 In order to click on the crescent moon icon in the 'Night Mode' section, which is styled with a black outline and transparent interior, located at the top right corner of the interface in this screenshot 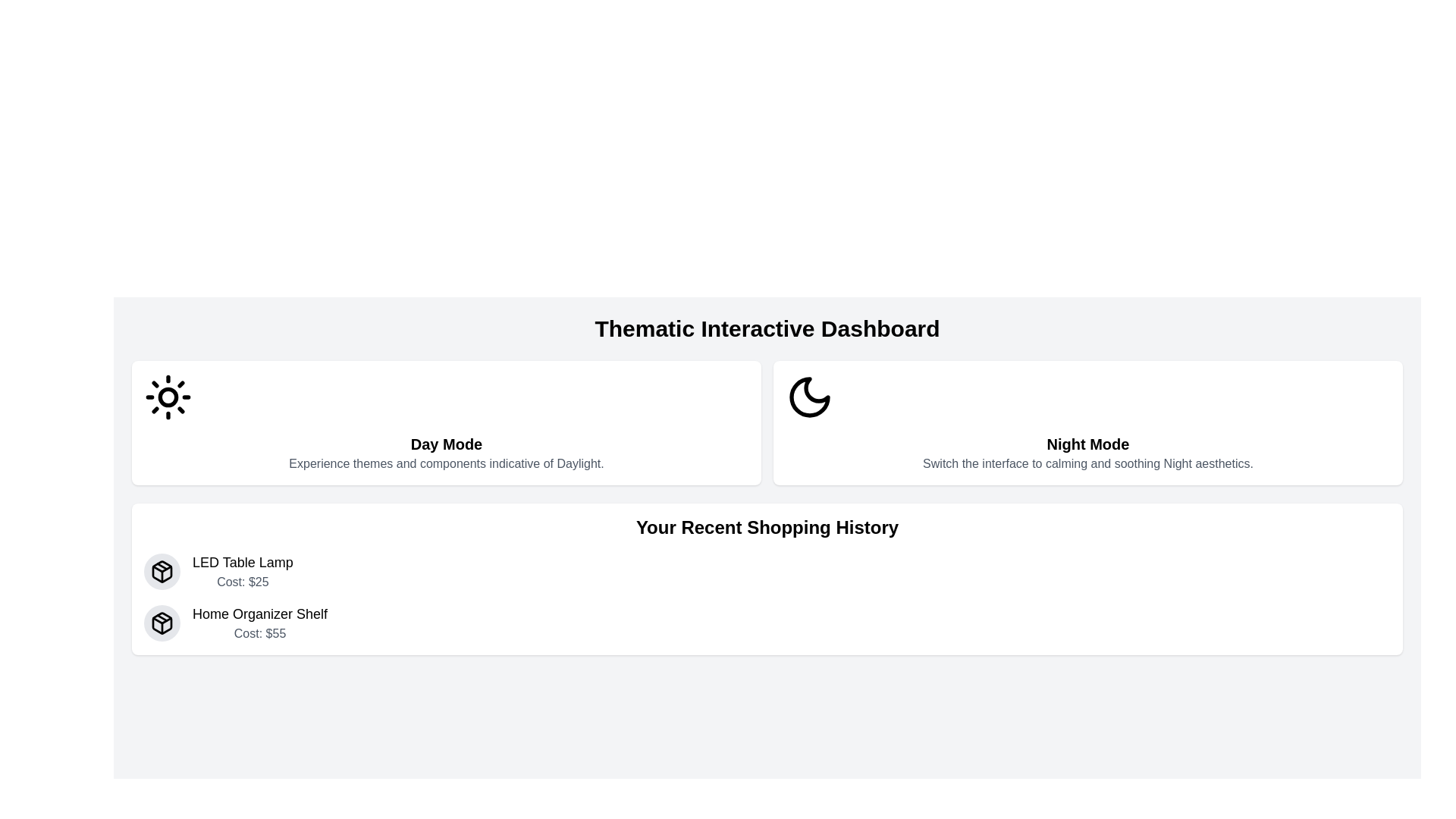, I will do `click(809, 397)`.